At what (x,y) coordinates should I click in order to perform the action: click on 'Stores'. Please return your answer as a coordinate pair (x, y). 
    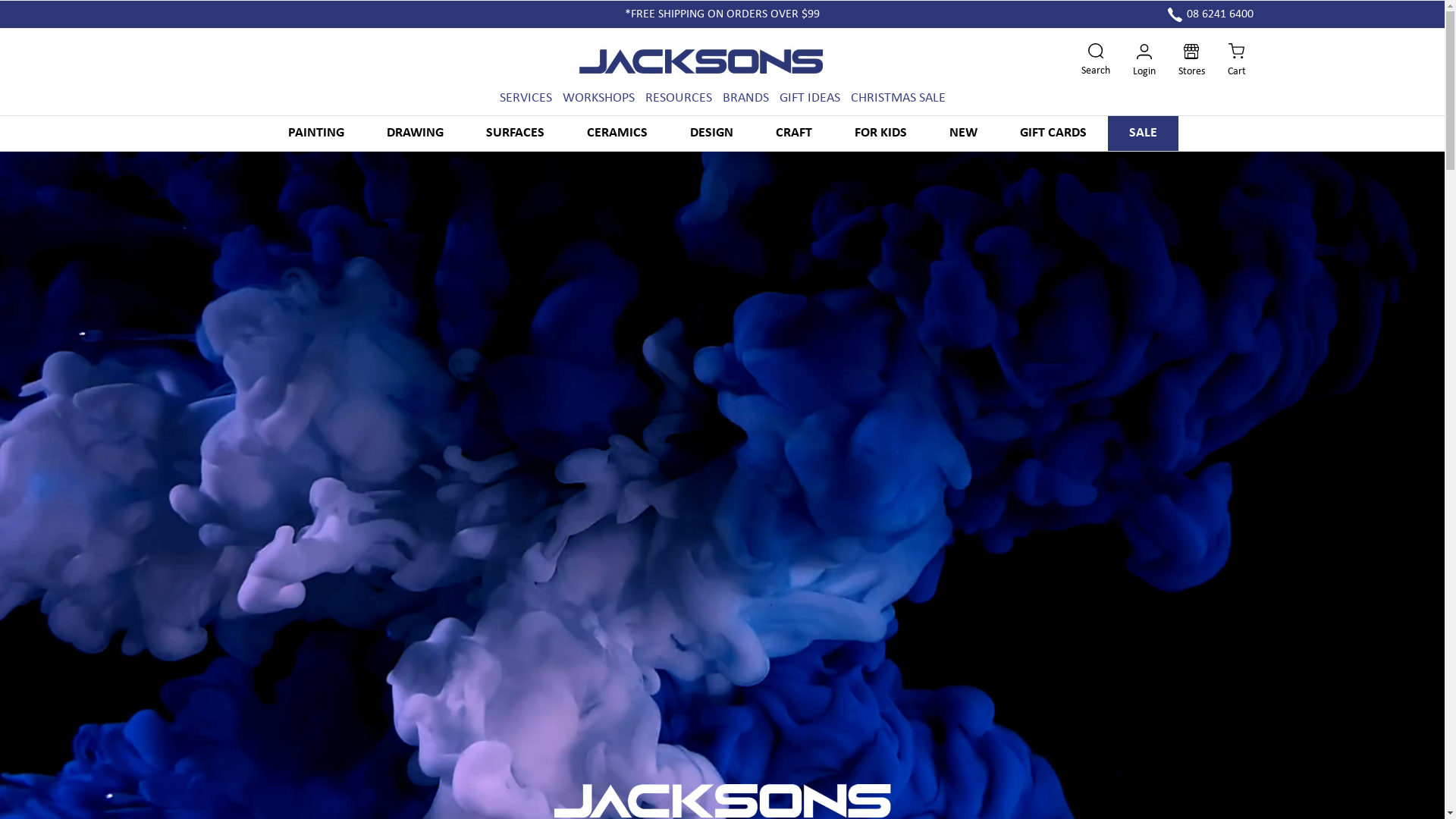
    Looking at the image, I should click on (1178, 61).